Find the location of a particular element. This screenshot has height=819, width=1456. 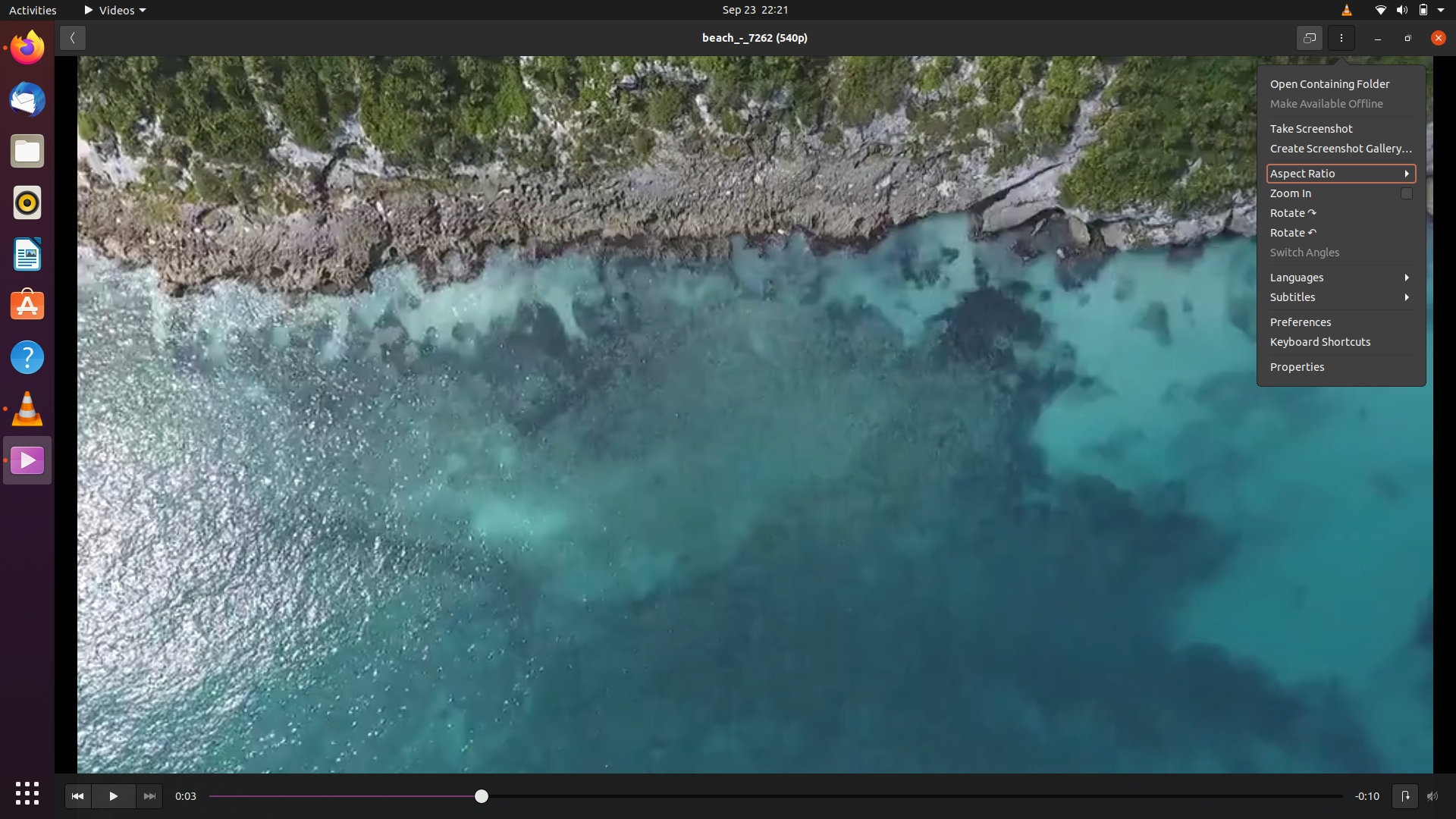

Increase the size of the video using the zoom in feature is located at coordinates (1341, 193).